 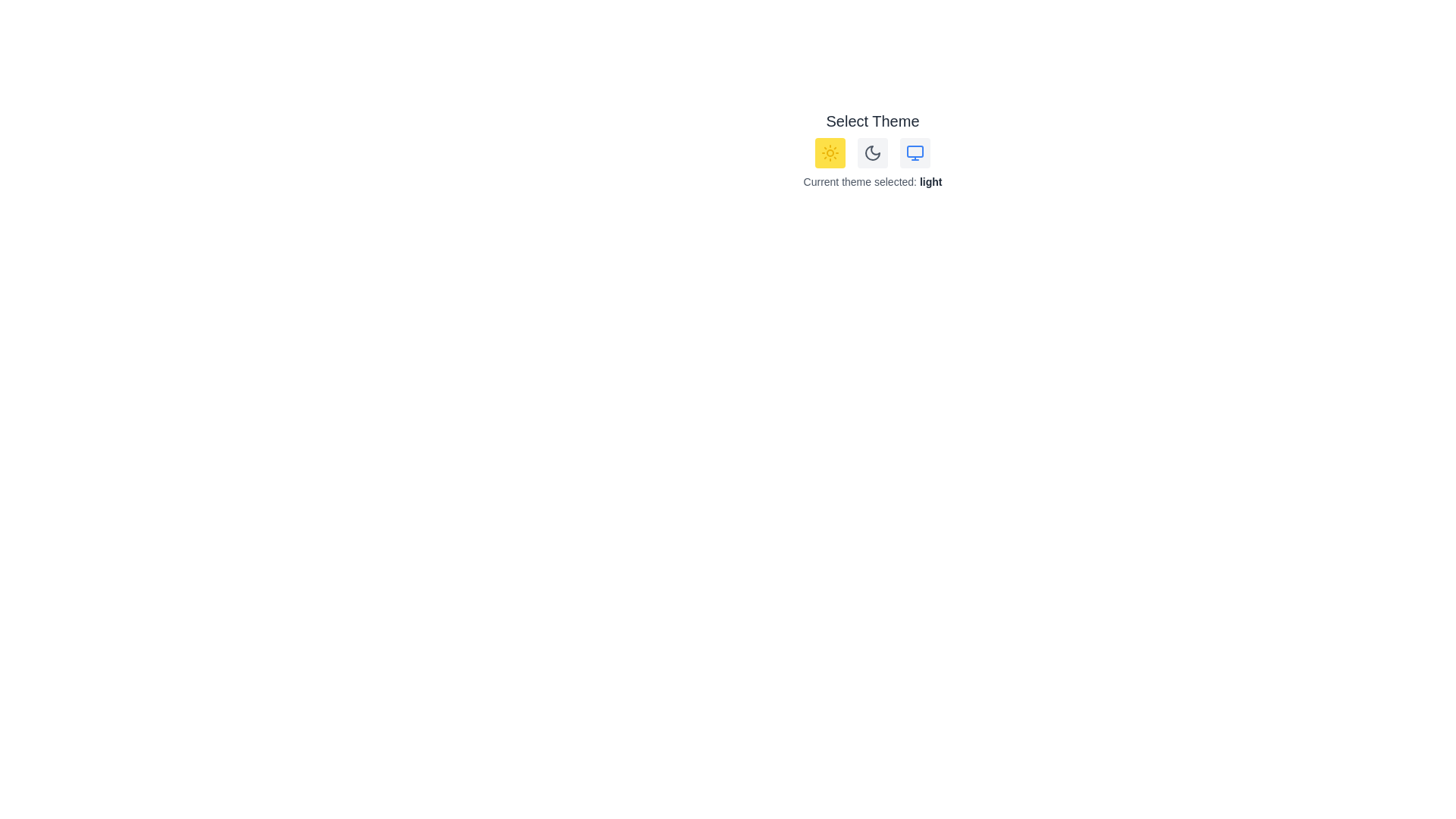 What do you see at coordinates (873, 152) in the screenshot?
I see `the 'Moon' button to select the dark theme` at bounding box center [873, 152].